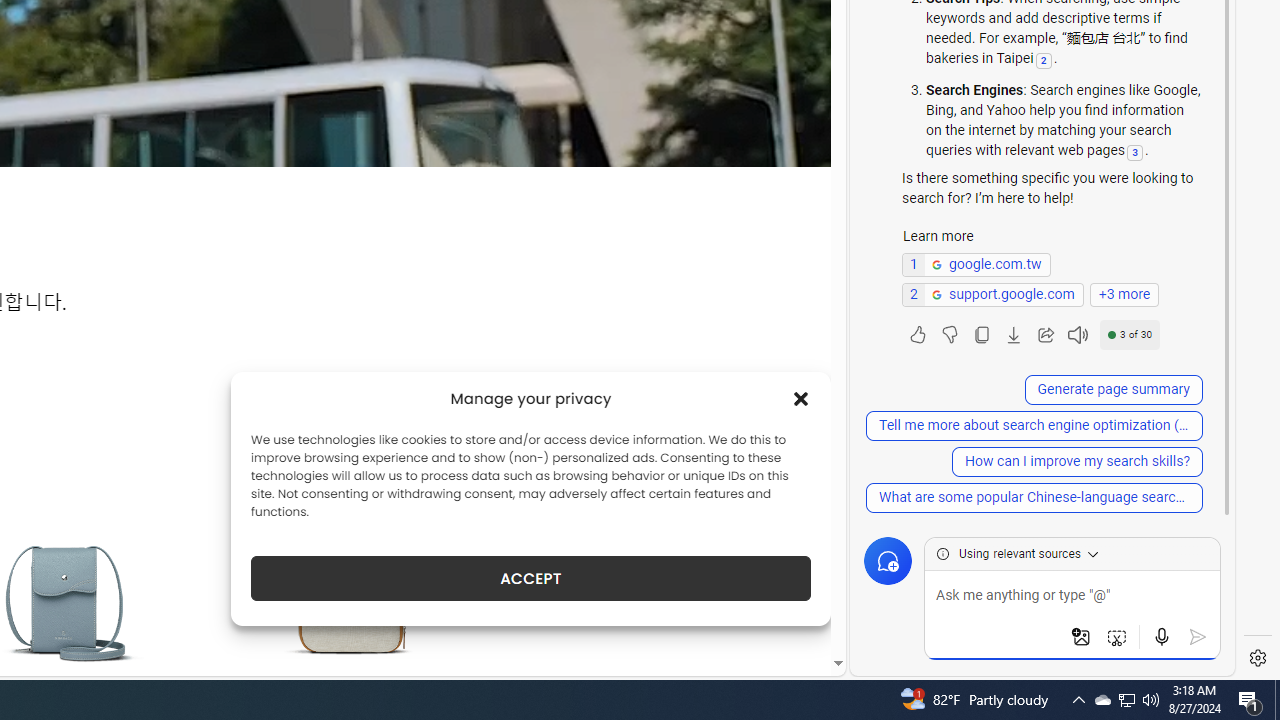 This screenshot has height=720, width=1280. I want to click on 'Class: cmplz-close', so click(801, 398).